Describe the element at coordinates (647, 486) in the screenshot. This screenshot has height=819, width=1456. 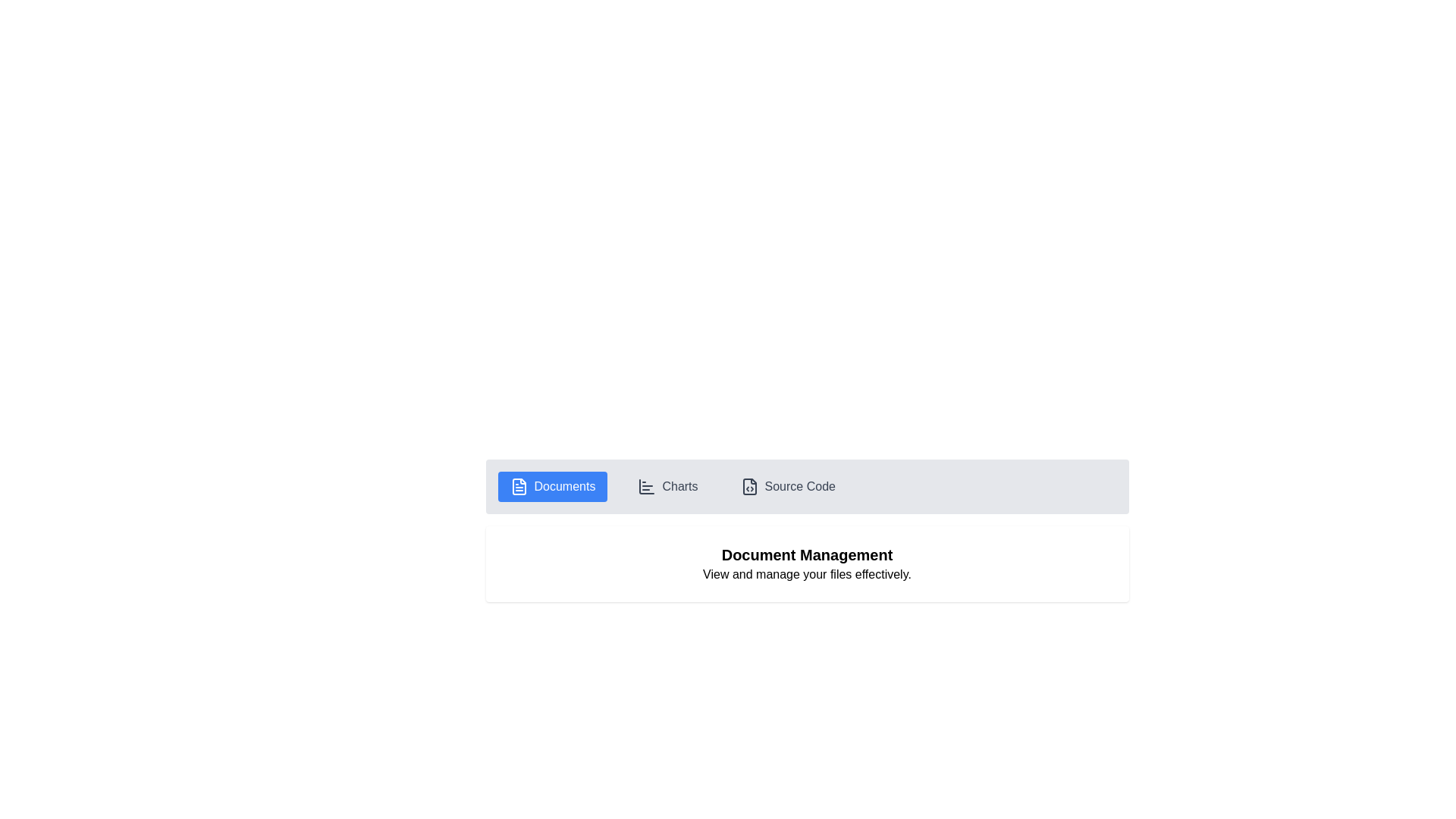
I see `the bar chart icon located inside the 'Charts' button, which is to the left of the text 'Charts' in the top center navigation bar` at that location.